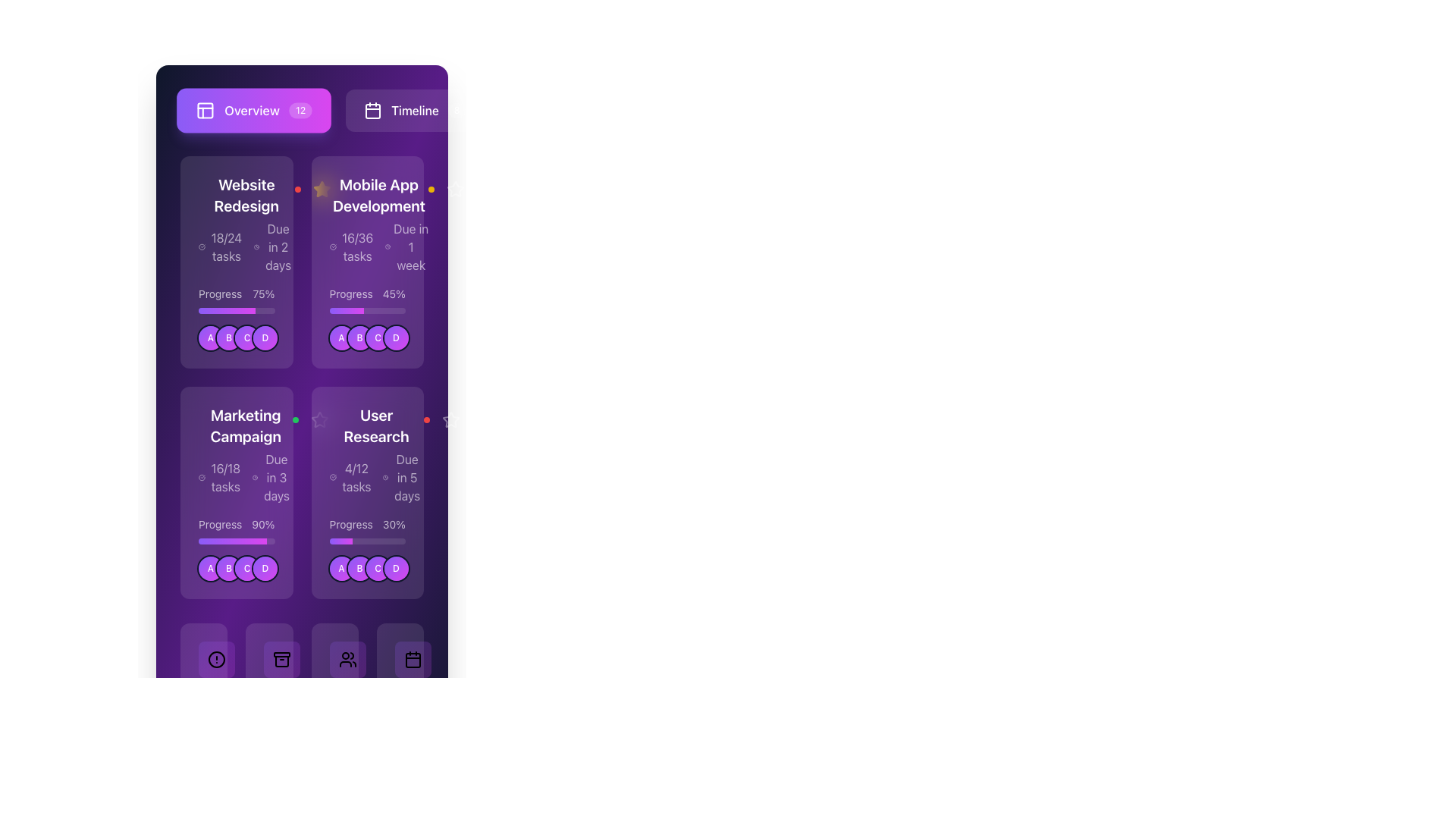 This screenshot has width=1456, height=819. I want to click on the text label displaying 'Due in 2 days' within the 'Website Redesign' card, which is styled in white font on a purple background, so click(278, 246).